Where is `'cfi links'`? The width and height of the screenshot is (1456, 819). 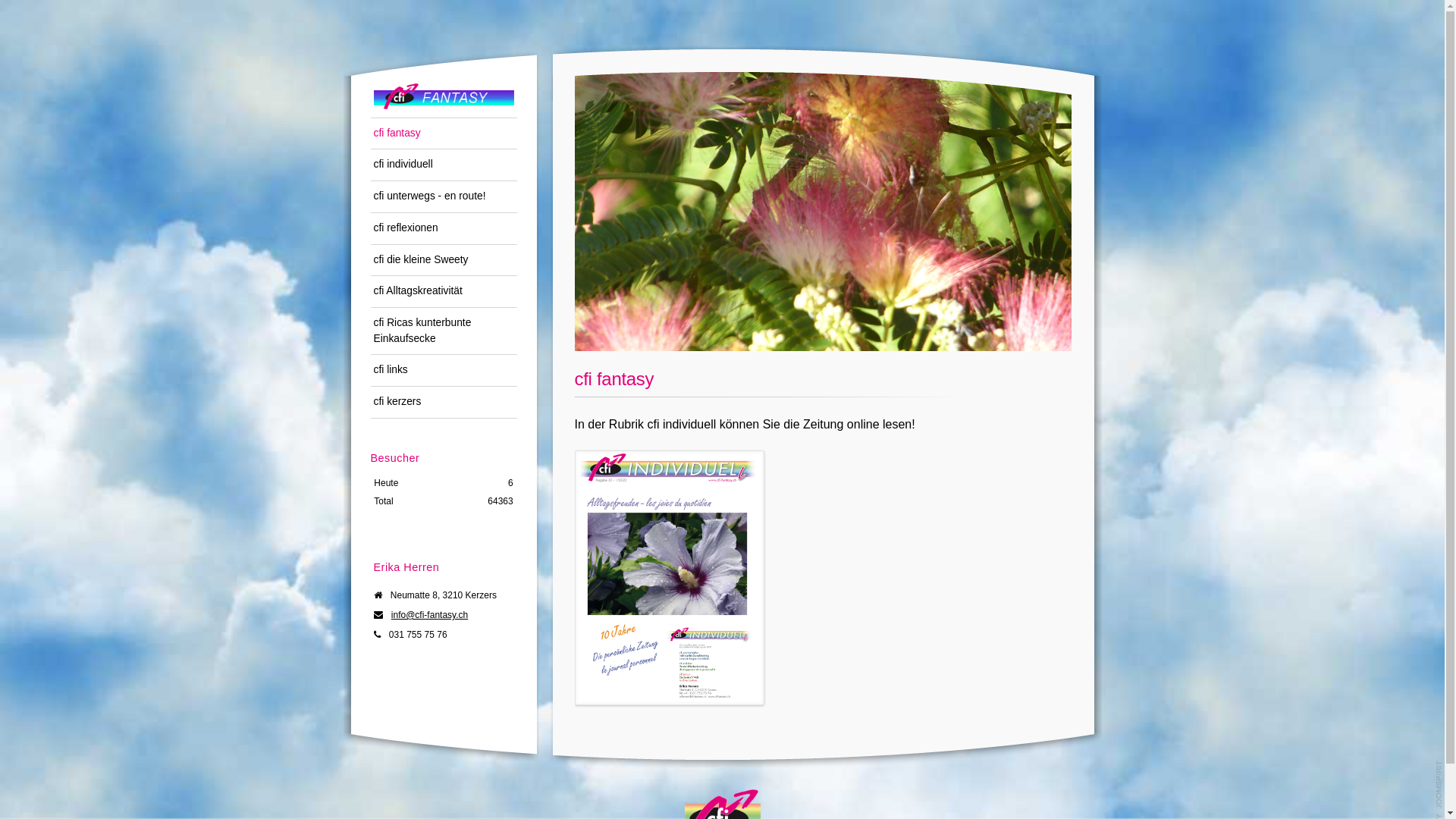
'cfi links' is located at coordinates (442, 370).